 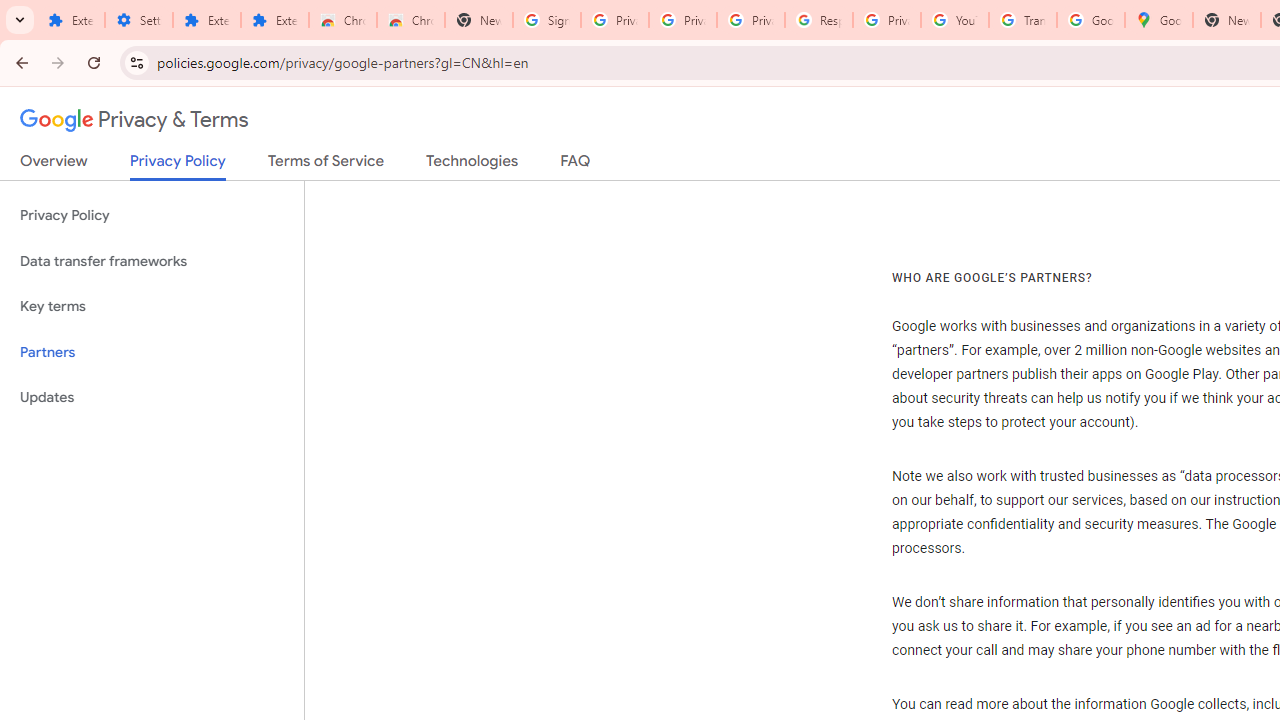 I want to click on 'Extensions', so click(x=273, y=20).